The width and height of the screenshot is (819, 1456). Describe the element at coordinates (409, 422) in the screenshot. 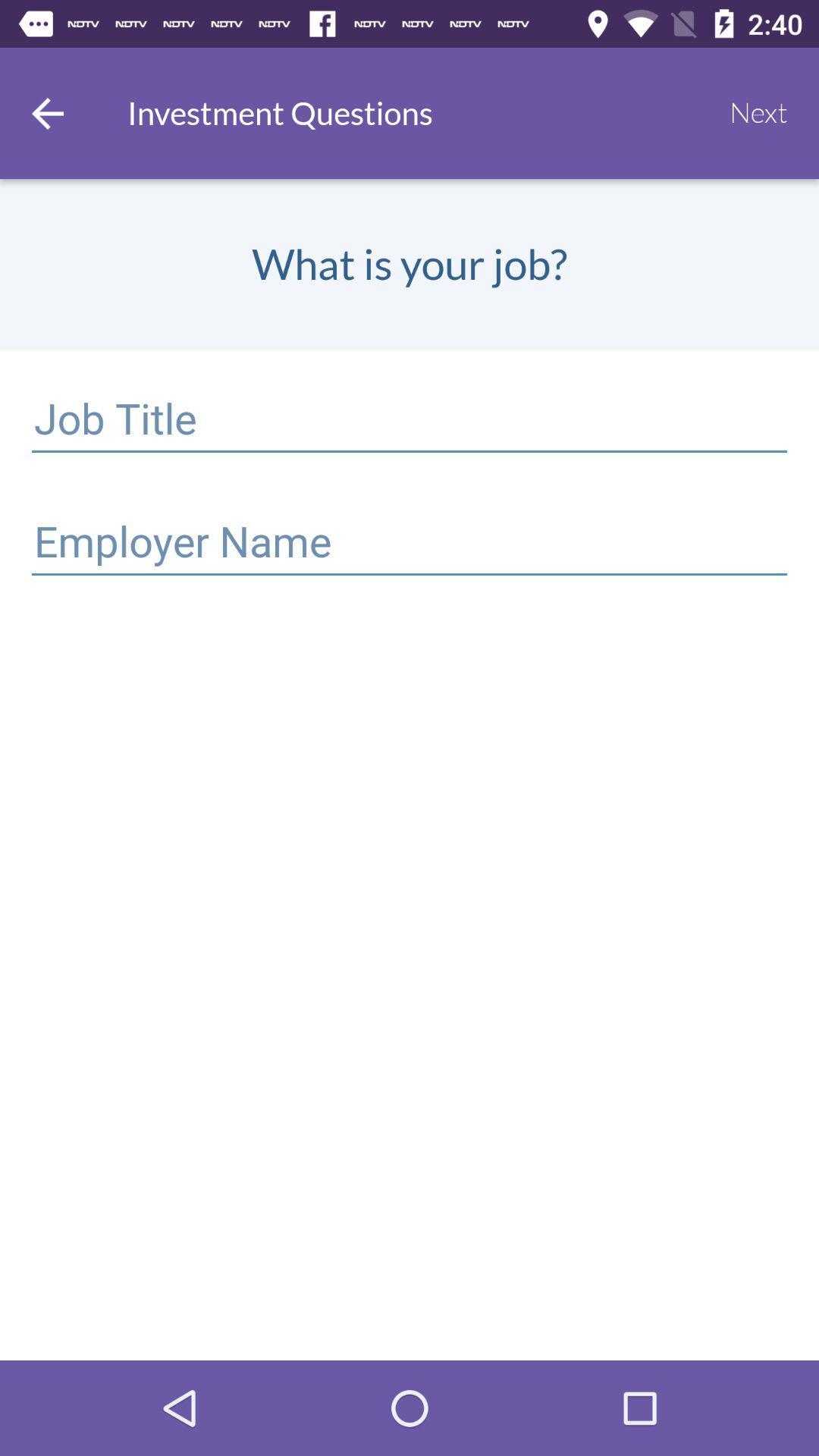

I see `type job title` at that location.